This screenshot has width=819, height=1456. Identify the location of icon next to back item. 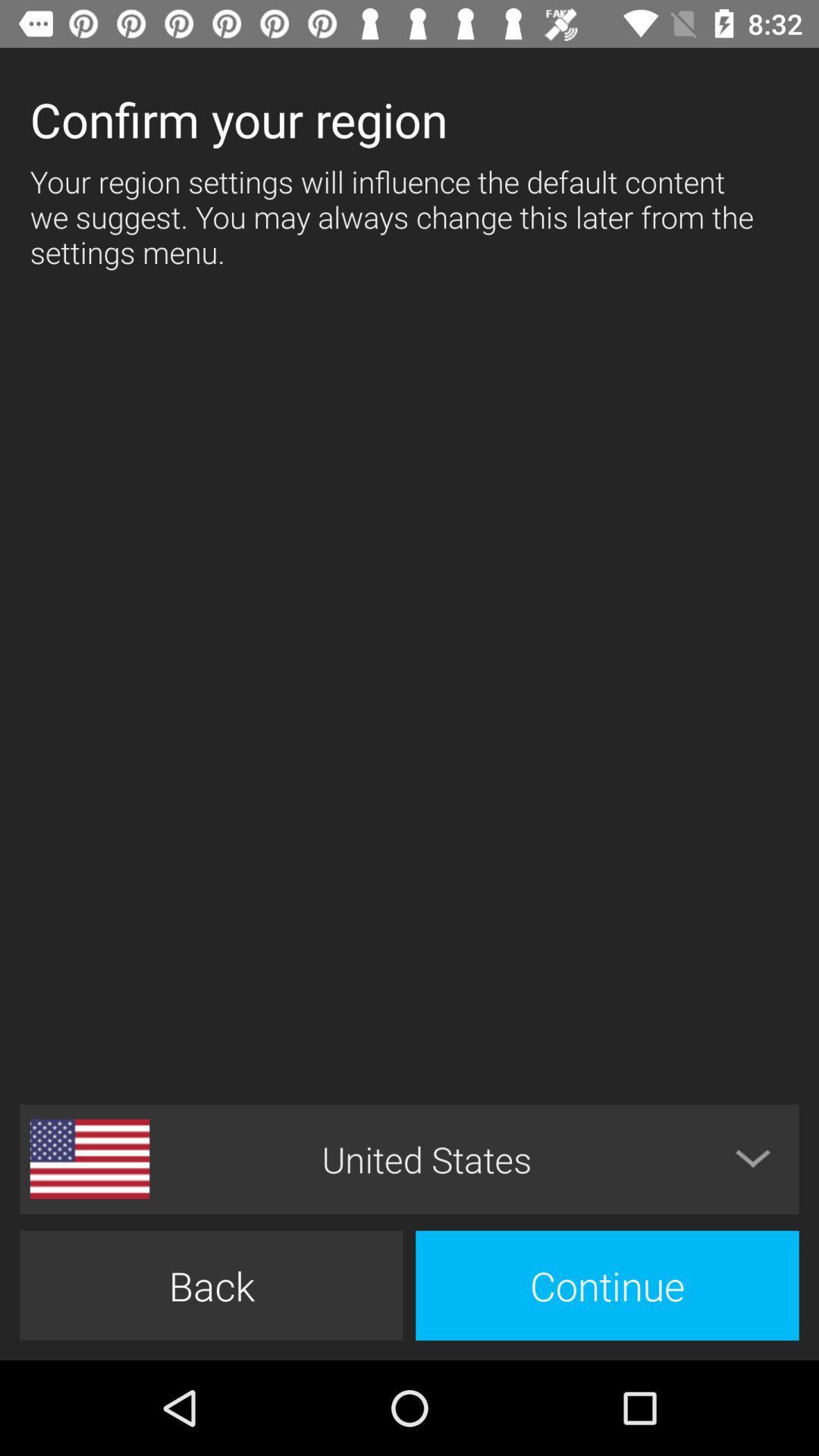
(607, 1285).